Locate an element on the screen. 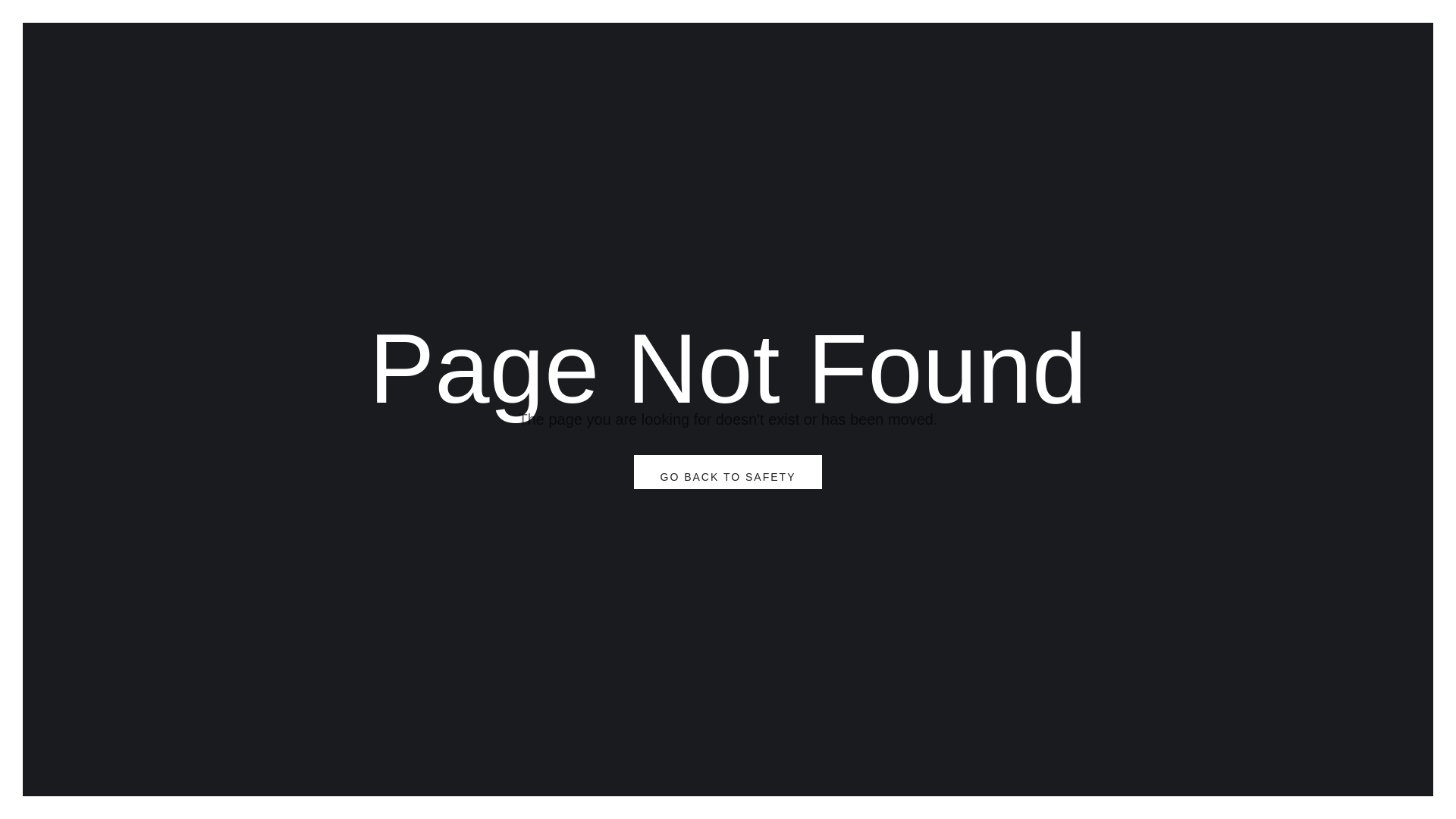  'GO BACK TO SAFETY' is located at coordinates (728, 471).